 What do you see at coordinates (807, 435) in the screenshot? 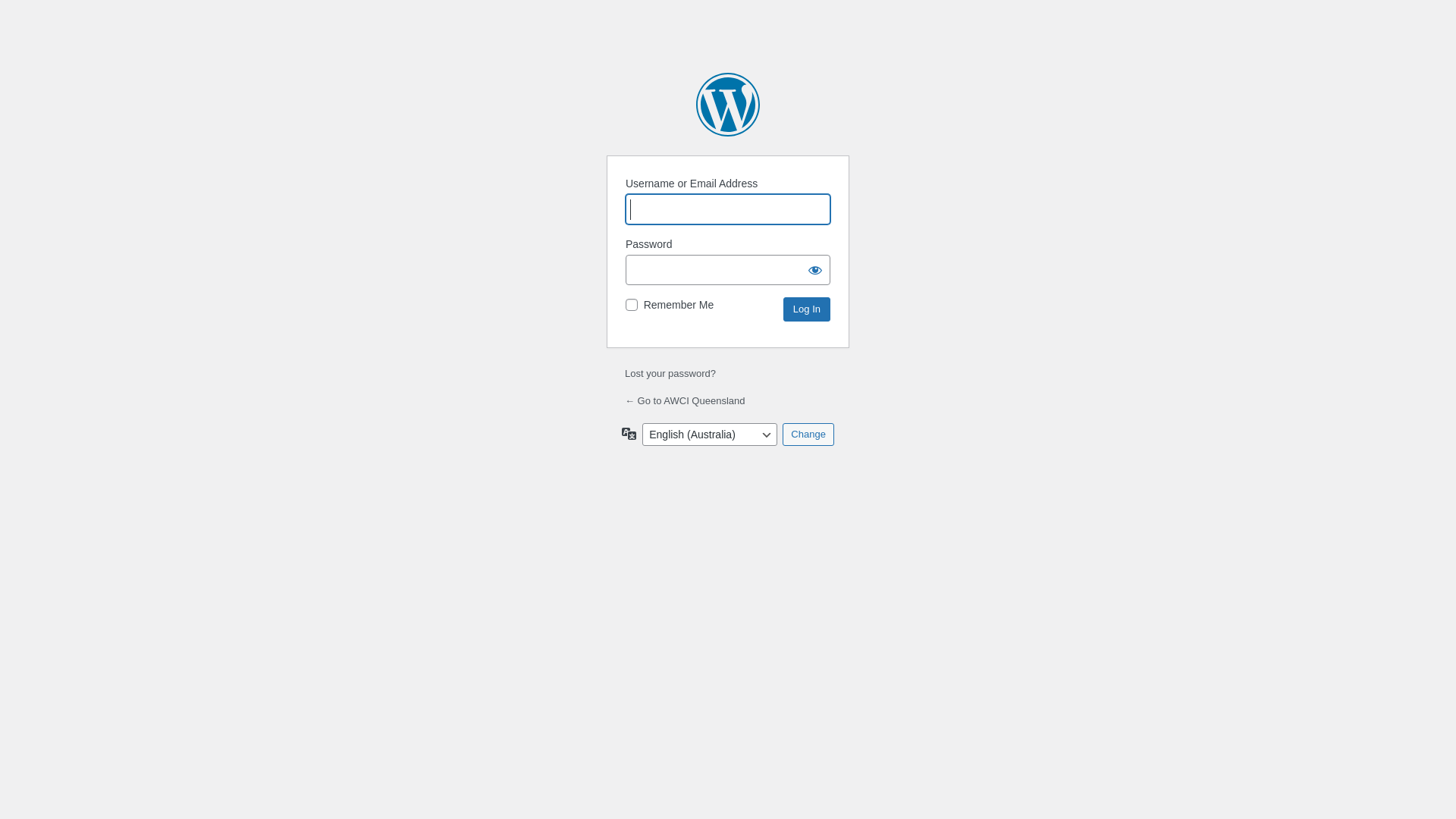
I see `'Change'` at bounding box center [807, 435].